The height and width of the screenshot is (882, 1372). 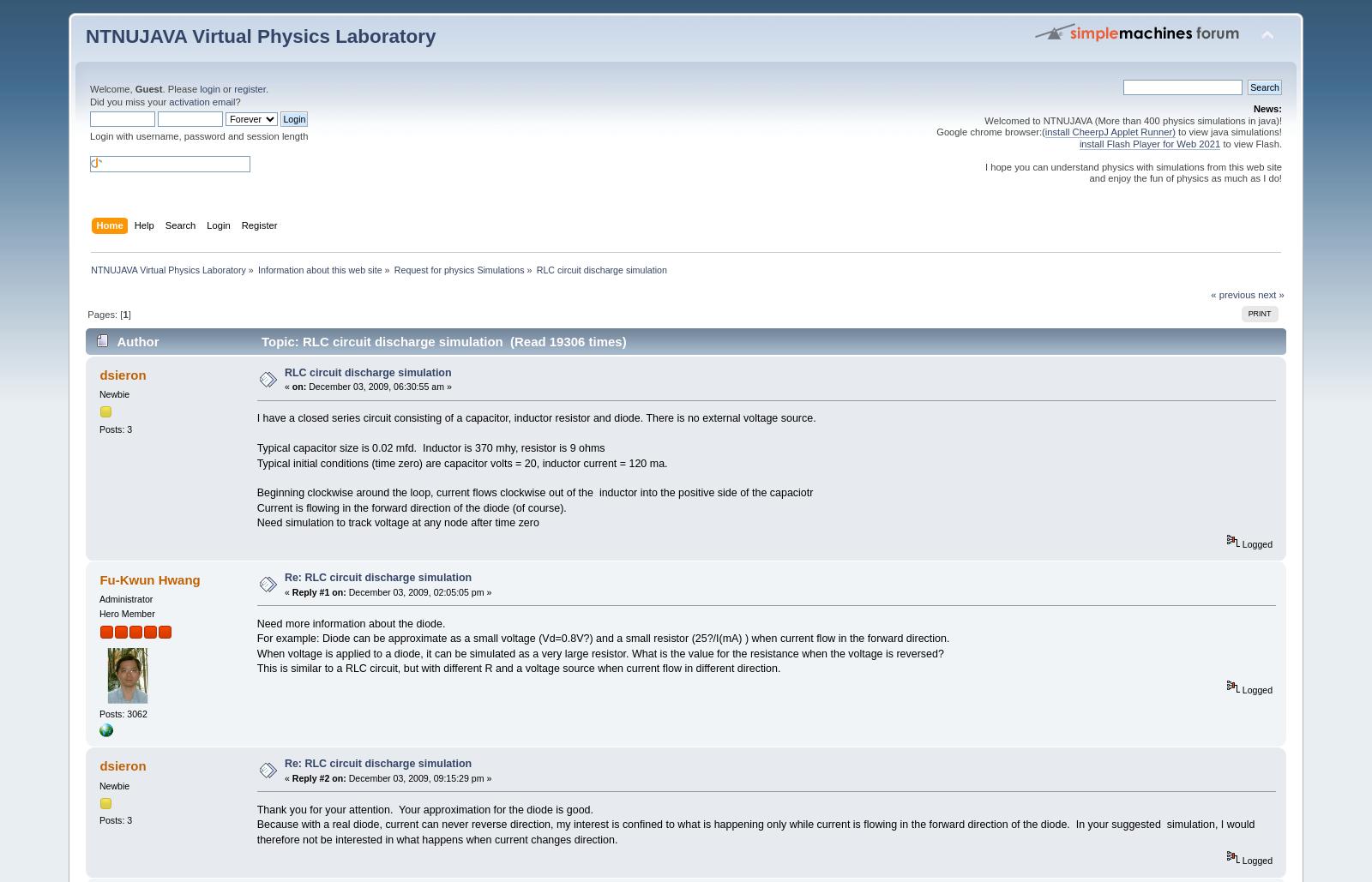 I want to click on 'This is similar to a RLC circuit, but with different R and a voltage source when current flow in different direction.', so click(x=518, y=668).